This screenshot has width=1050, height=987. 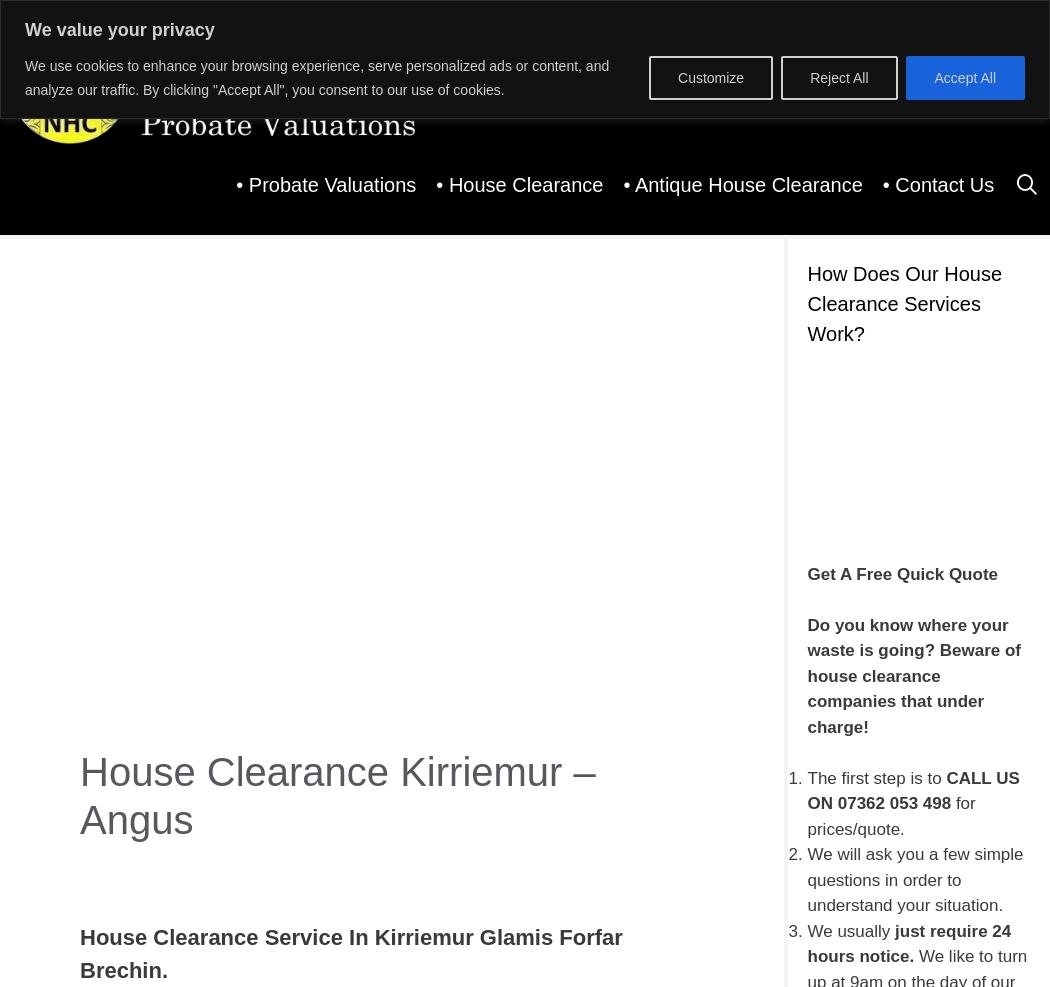 I want to click on 'just require 24 hours notice.', so click(x=806, y=943).